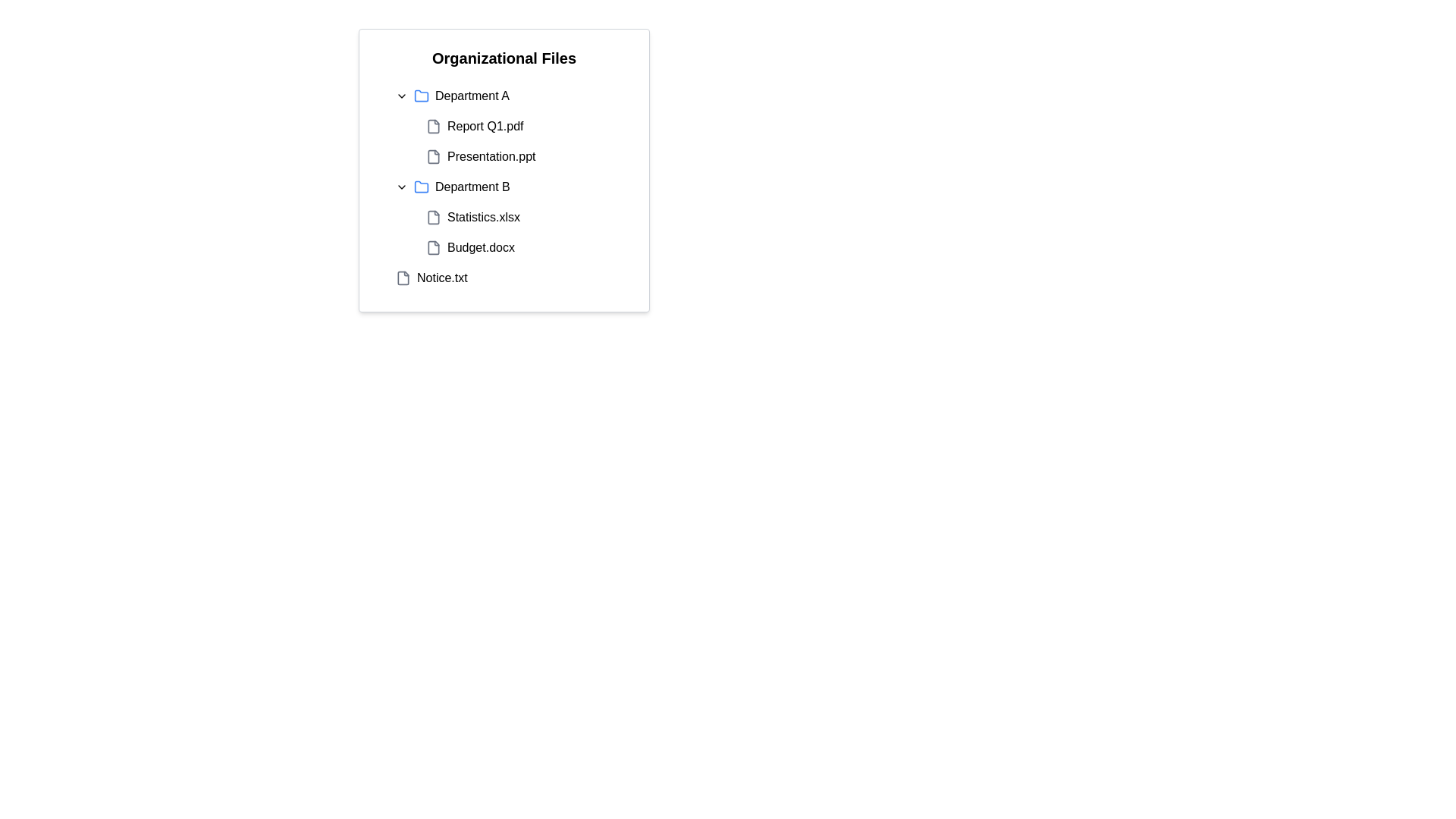 The image size is (1456, 819). What do you see at coordinates (483, 217) in the screenshot?
I see `the text label displaying 'Statistics.xlsx' located in the second subsection labeled 'Department B'` at bounding box center [483, 217].